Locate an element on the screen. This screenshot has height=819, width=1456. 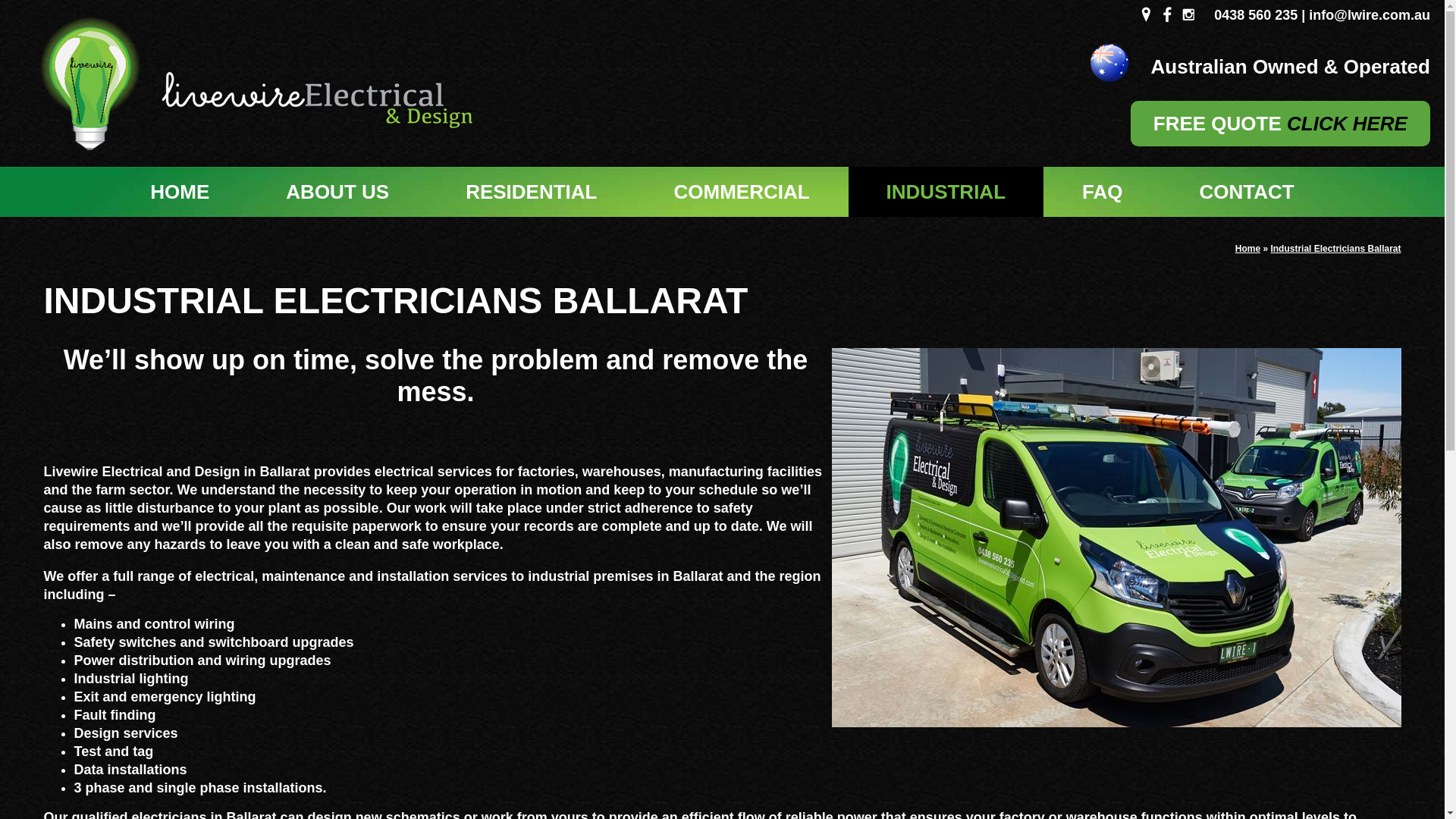
'CONTACT' is located at coordinates (1160, 191).